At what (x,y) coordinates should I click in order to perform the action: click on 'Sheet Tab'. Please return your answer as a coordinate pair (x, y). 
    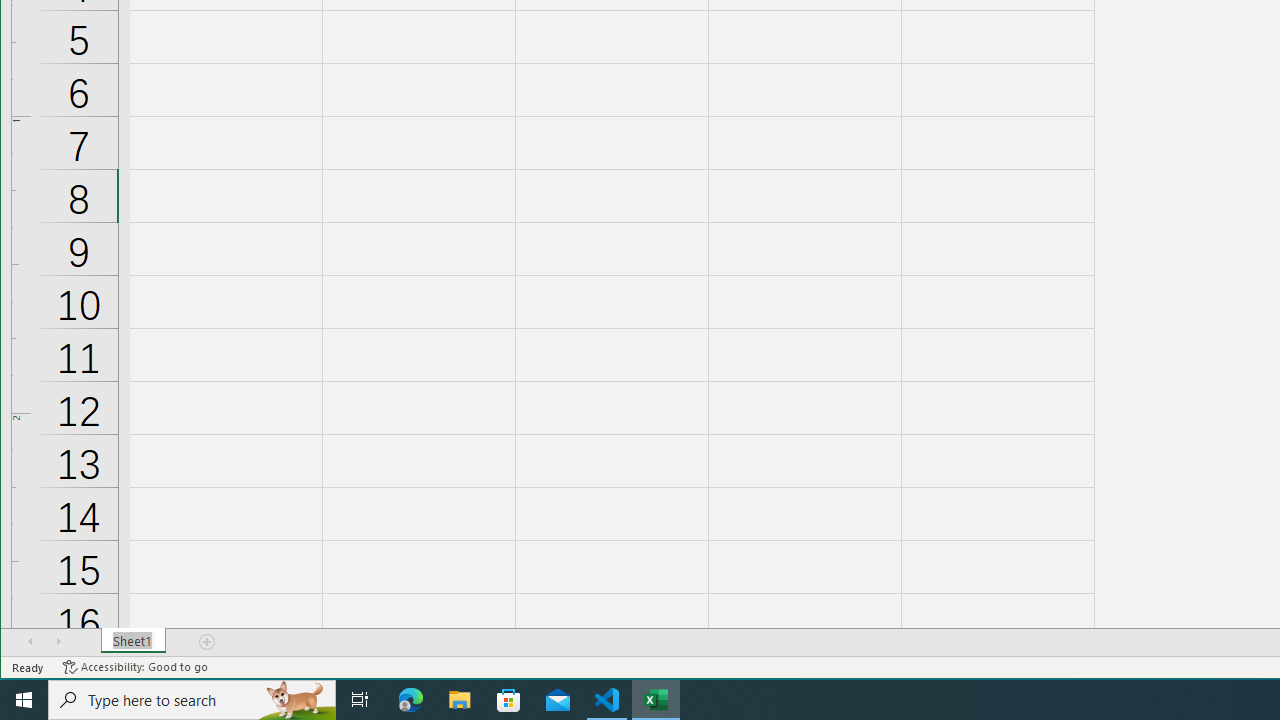
    Looking at the image, I should click on (132, 641).